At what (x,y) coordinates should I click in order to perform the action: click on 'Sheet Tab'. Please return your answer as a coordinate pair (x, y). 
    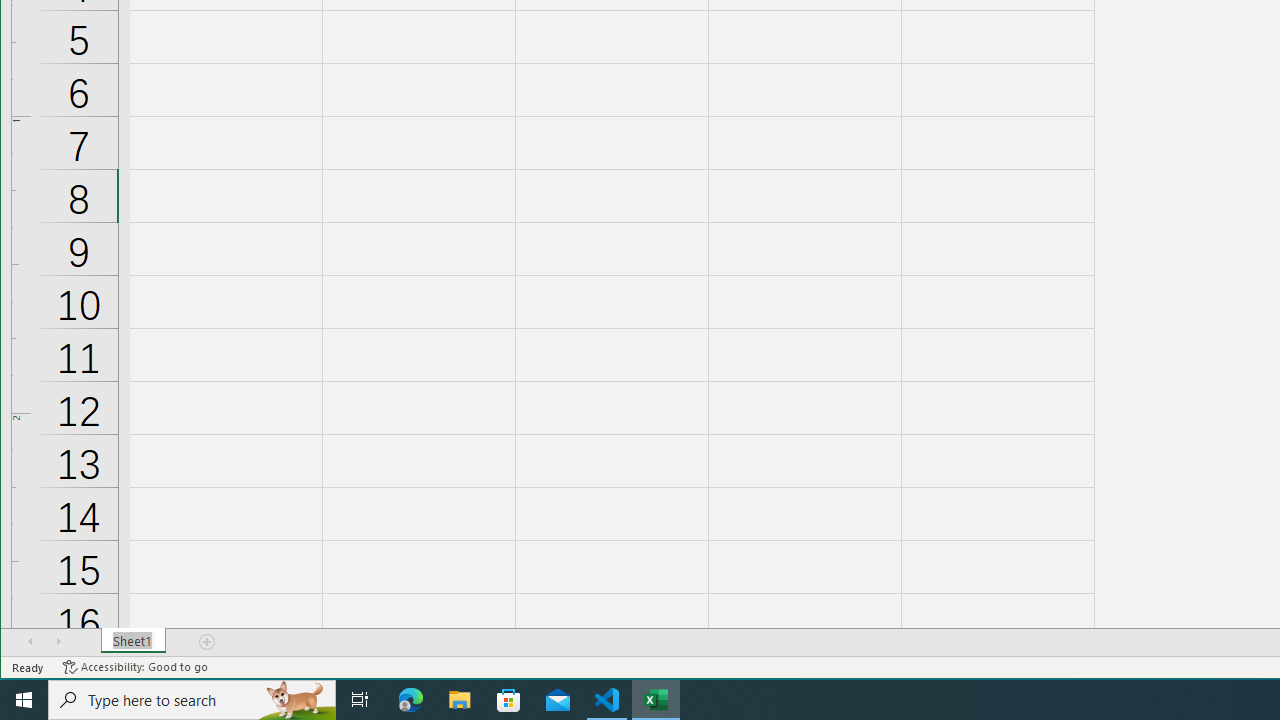
    Looking at the image, I should click on (132, 641).